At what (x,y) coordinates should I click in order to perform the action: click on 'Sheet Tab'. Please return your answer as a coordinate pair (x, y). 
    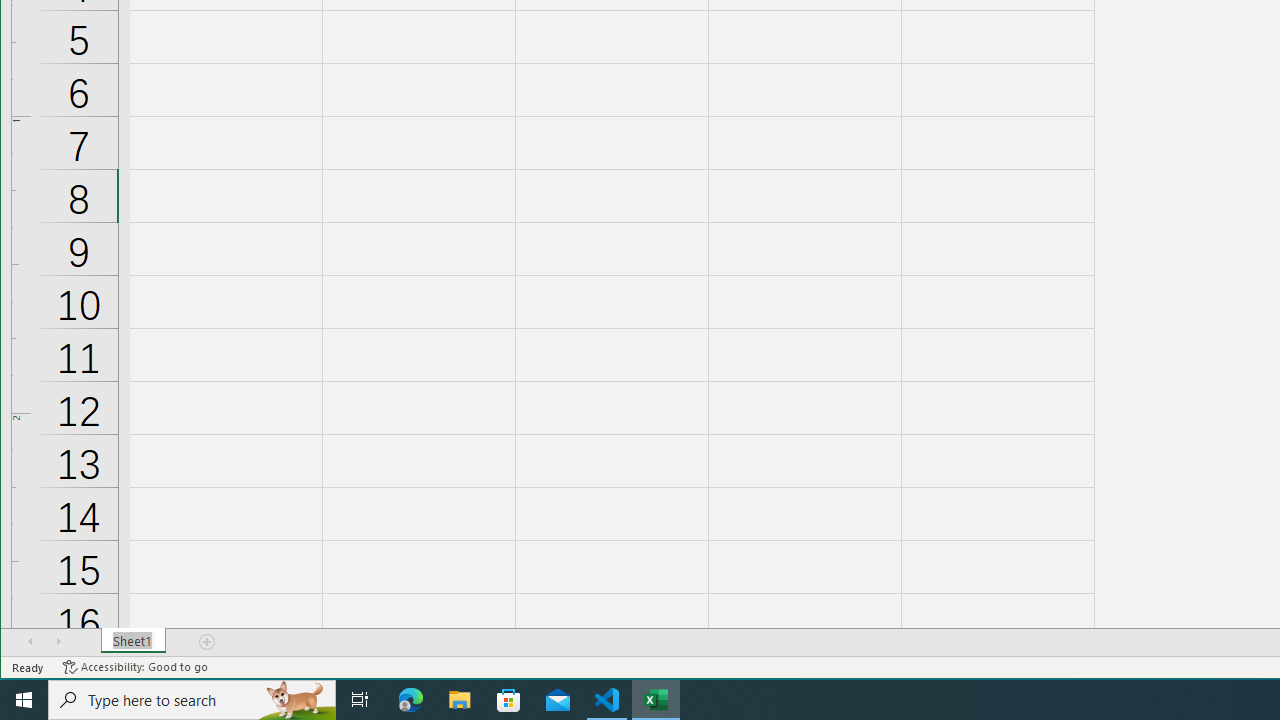
    Looking at the image, I should click on (132, 641).